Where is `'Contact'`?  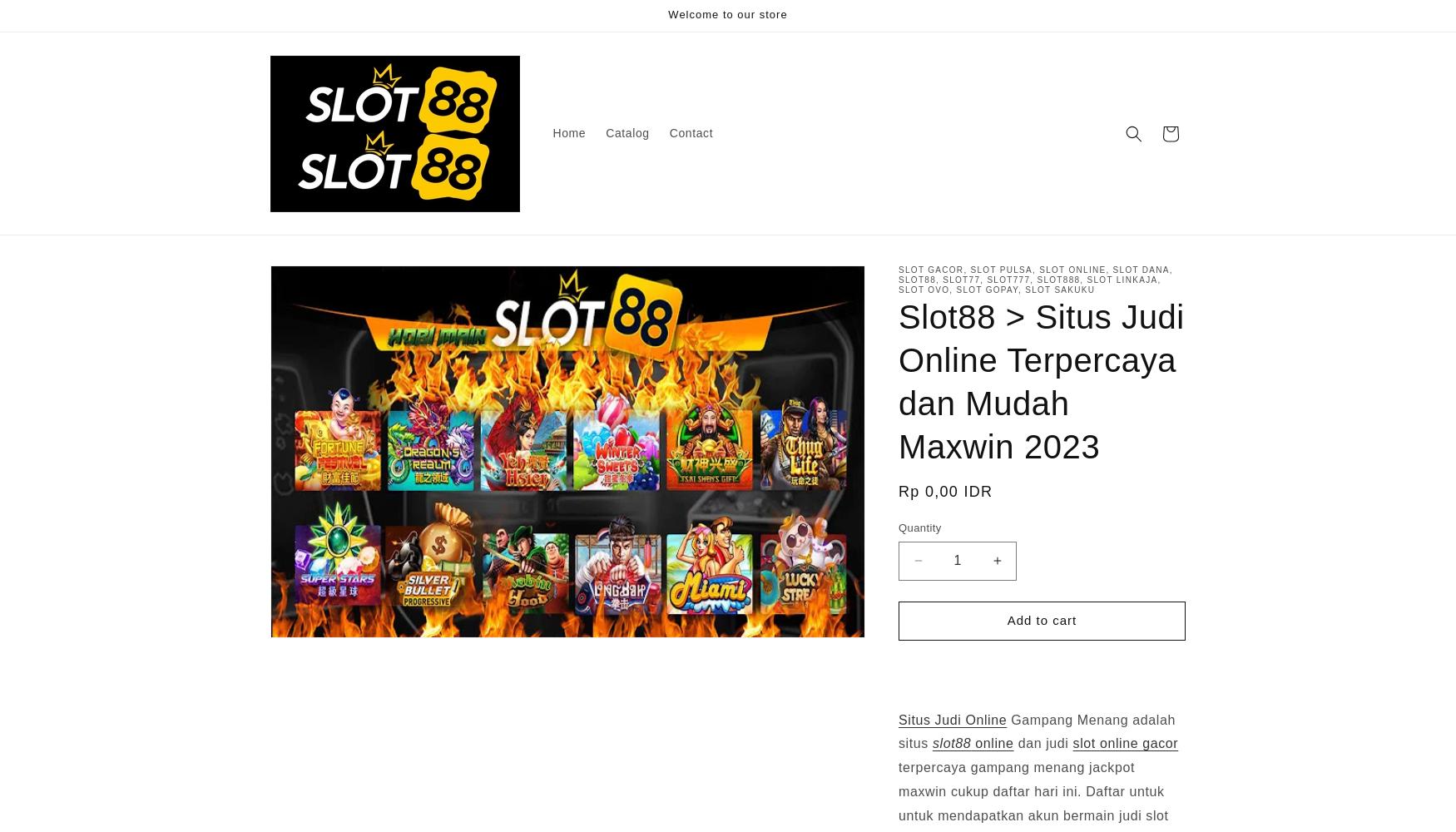 'Contact' is located at coordinates (691, 133).